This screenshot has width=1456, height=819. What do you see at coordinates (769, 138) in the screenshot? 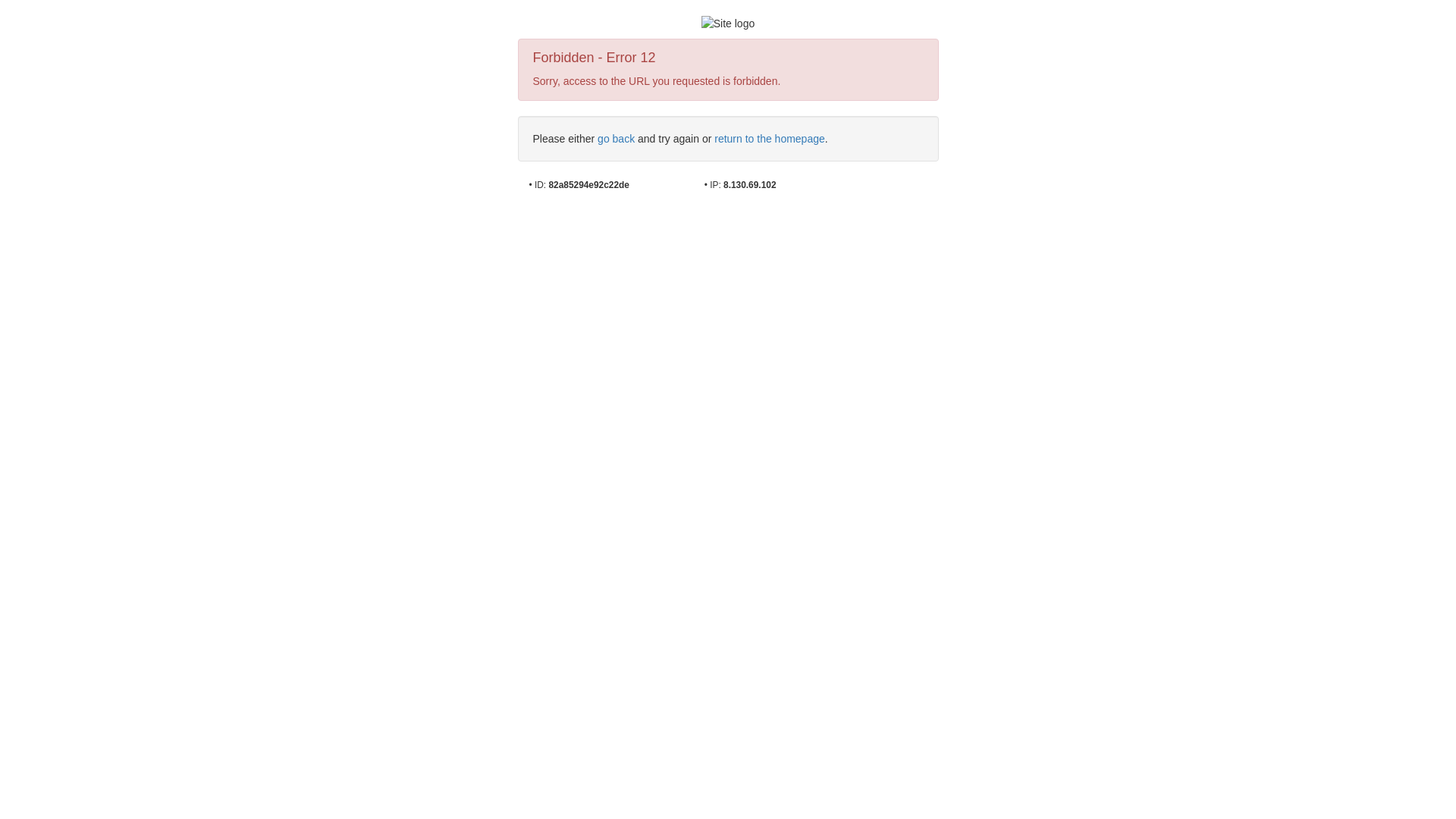
I see `'return to the homepage'` at bounding box center [769, 138].